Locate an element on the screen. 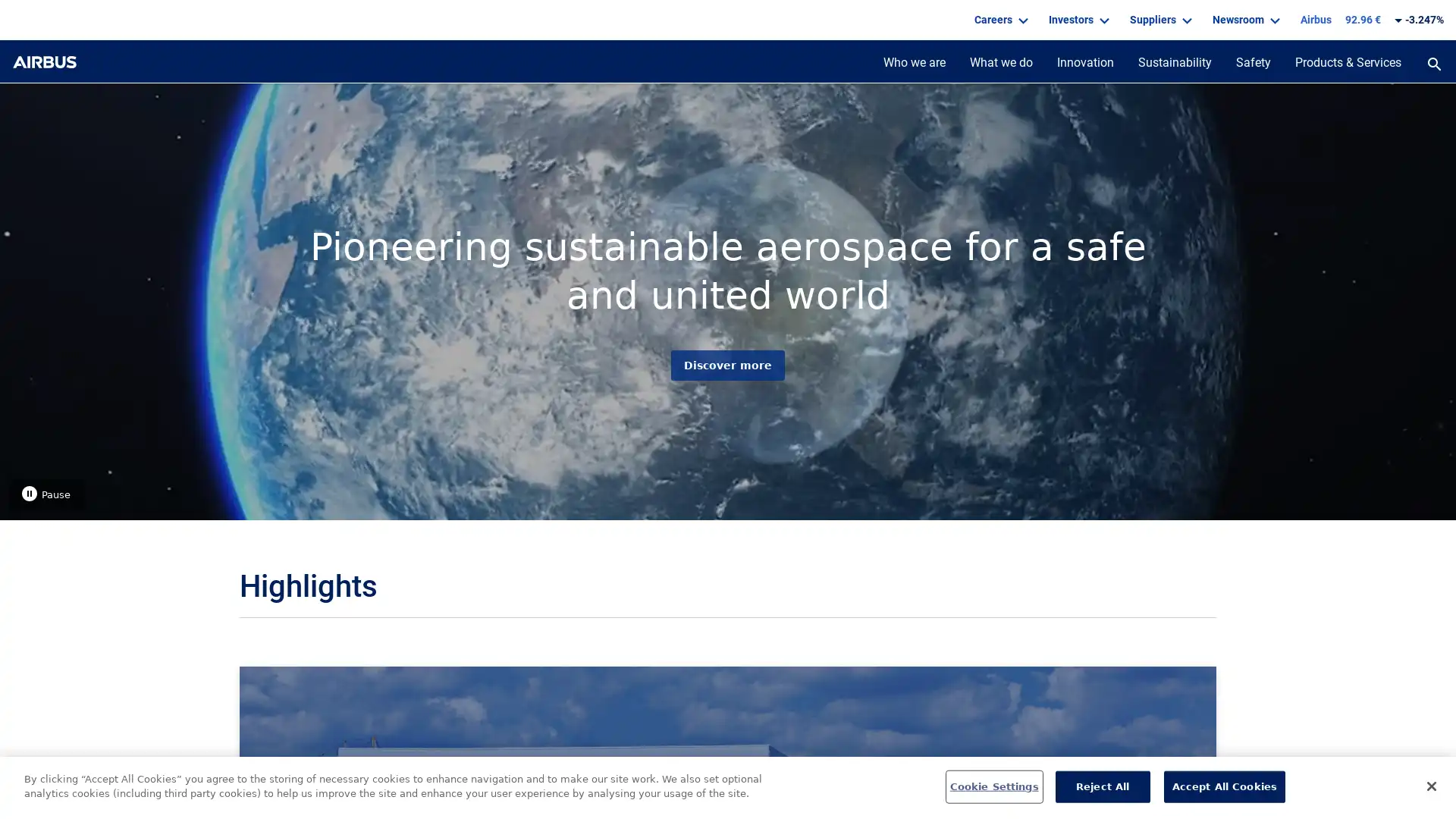 This screenshot has width=1456, height=819. Reject All is located at coordinates (1102, 786).